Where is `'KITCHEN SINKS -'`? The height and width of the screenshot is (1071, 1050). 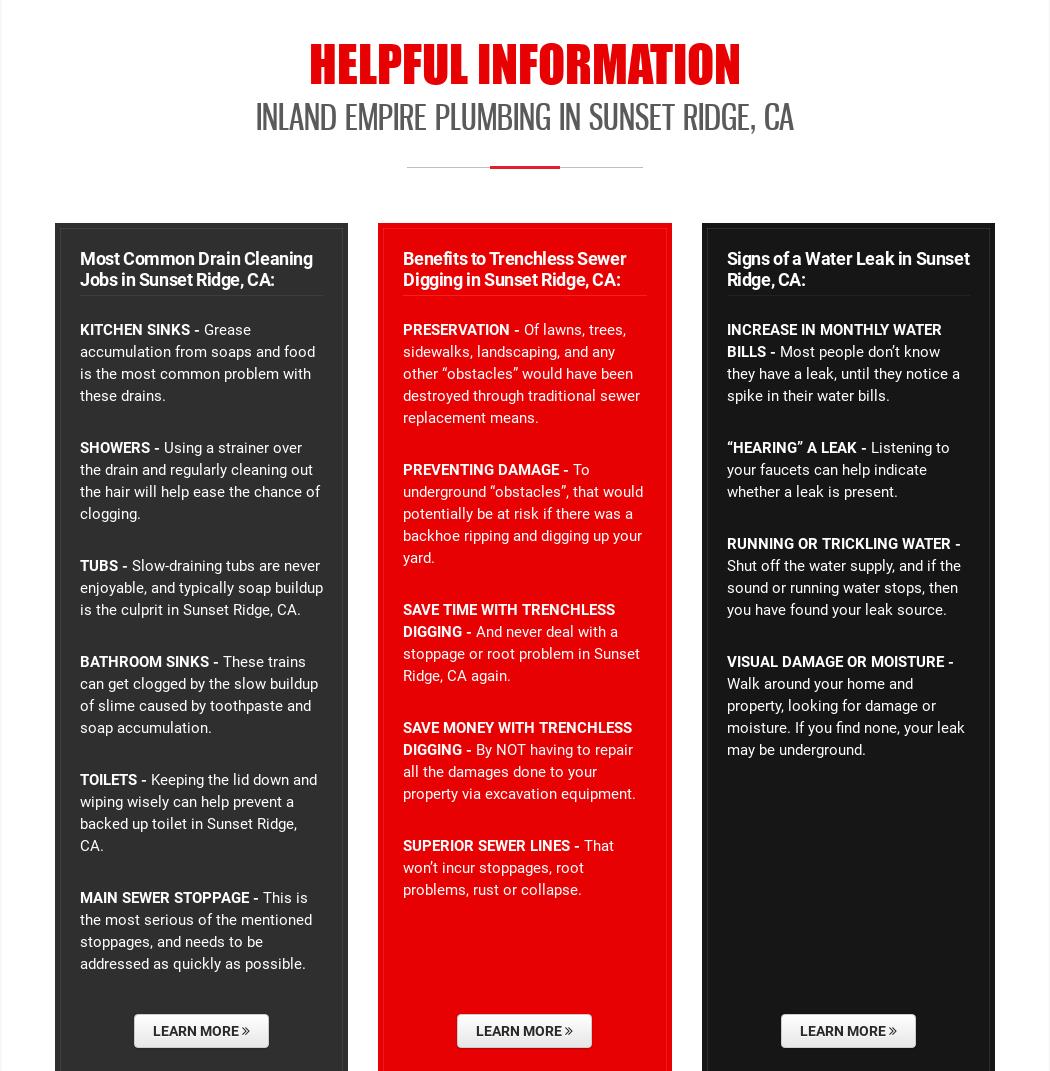 'KITCHEN SINKS -' is located at coordinates (138, 328).